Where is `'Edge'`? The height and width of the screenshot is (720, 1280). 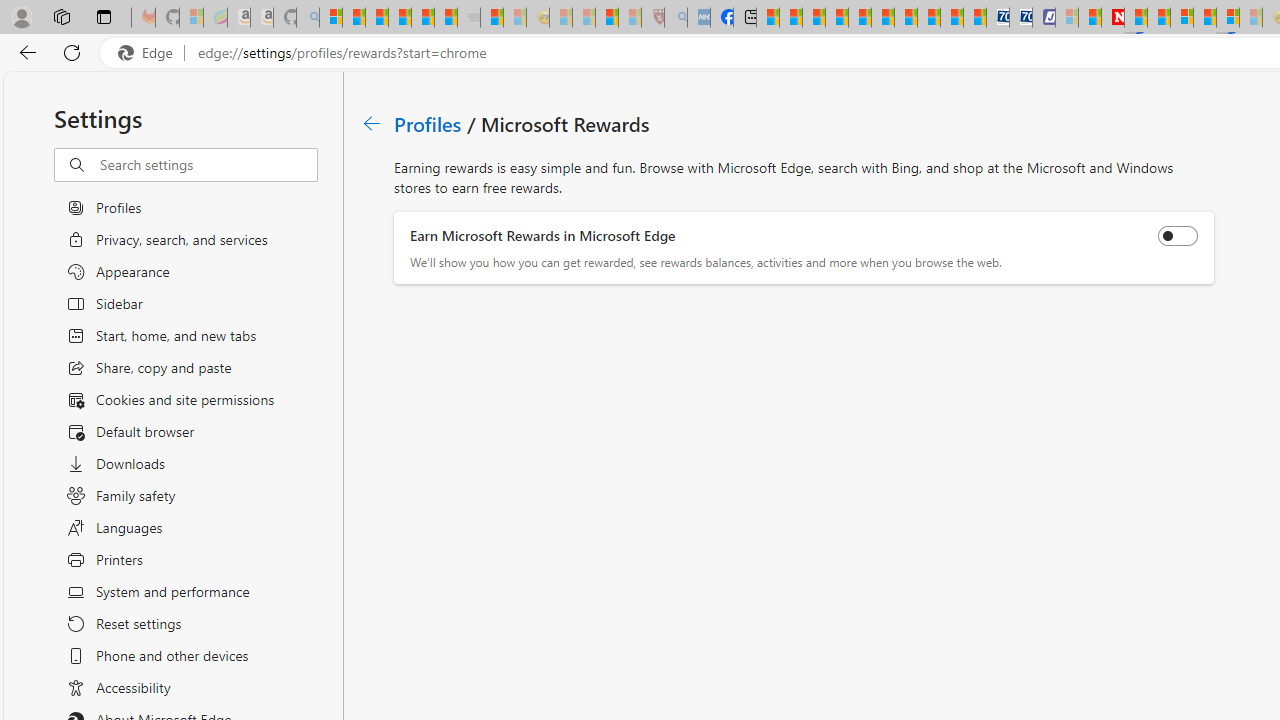
'Edge' is located at coordinates (149, 52).